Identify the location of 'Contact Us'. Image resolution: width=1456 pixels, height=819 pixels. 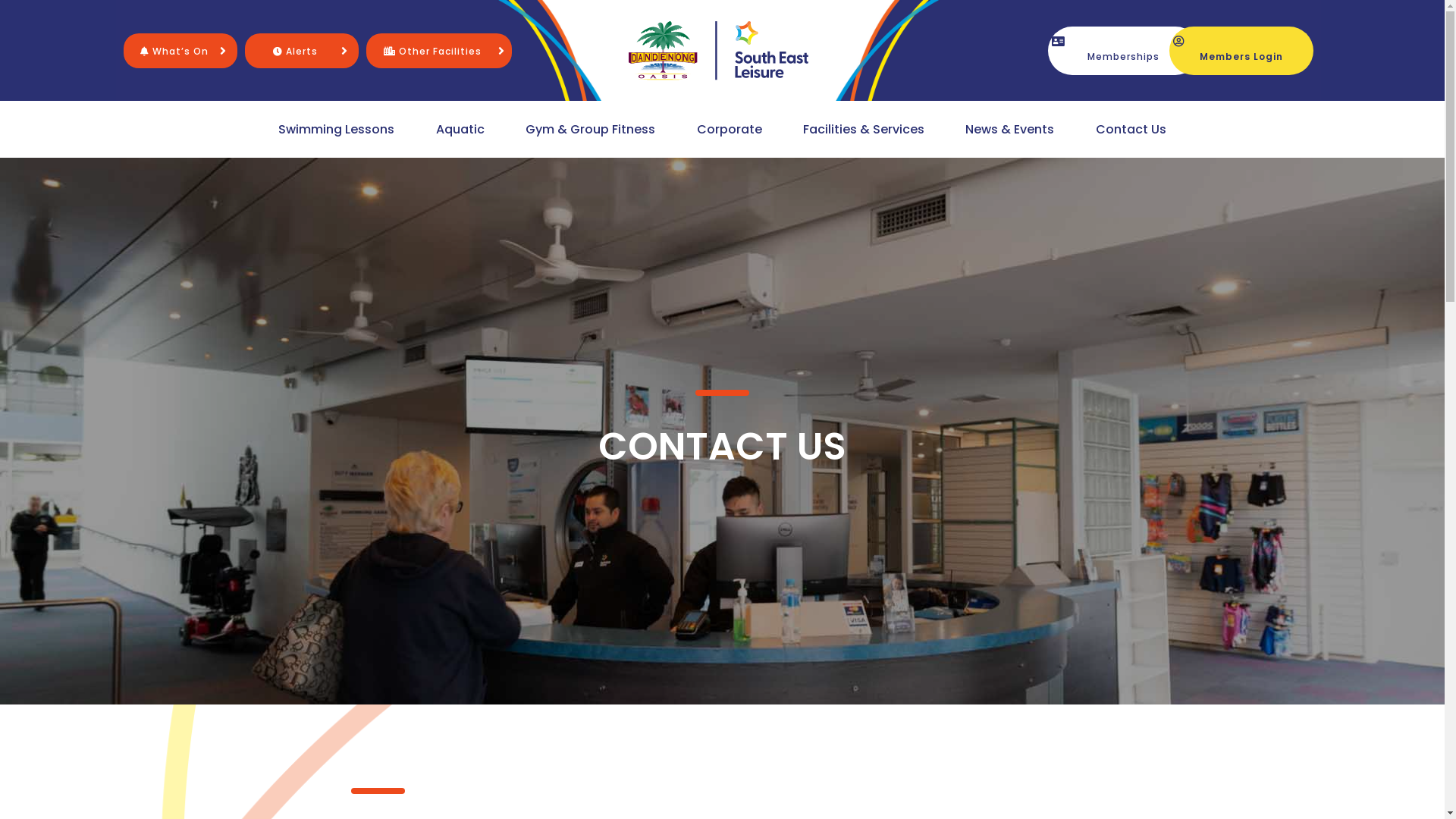
(1131, 128).